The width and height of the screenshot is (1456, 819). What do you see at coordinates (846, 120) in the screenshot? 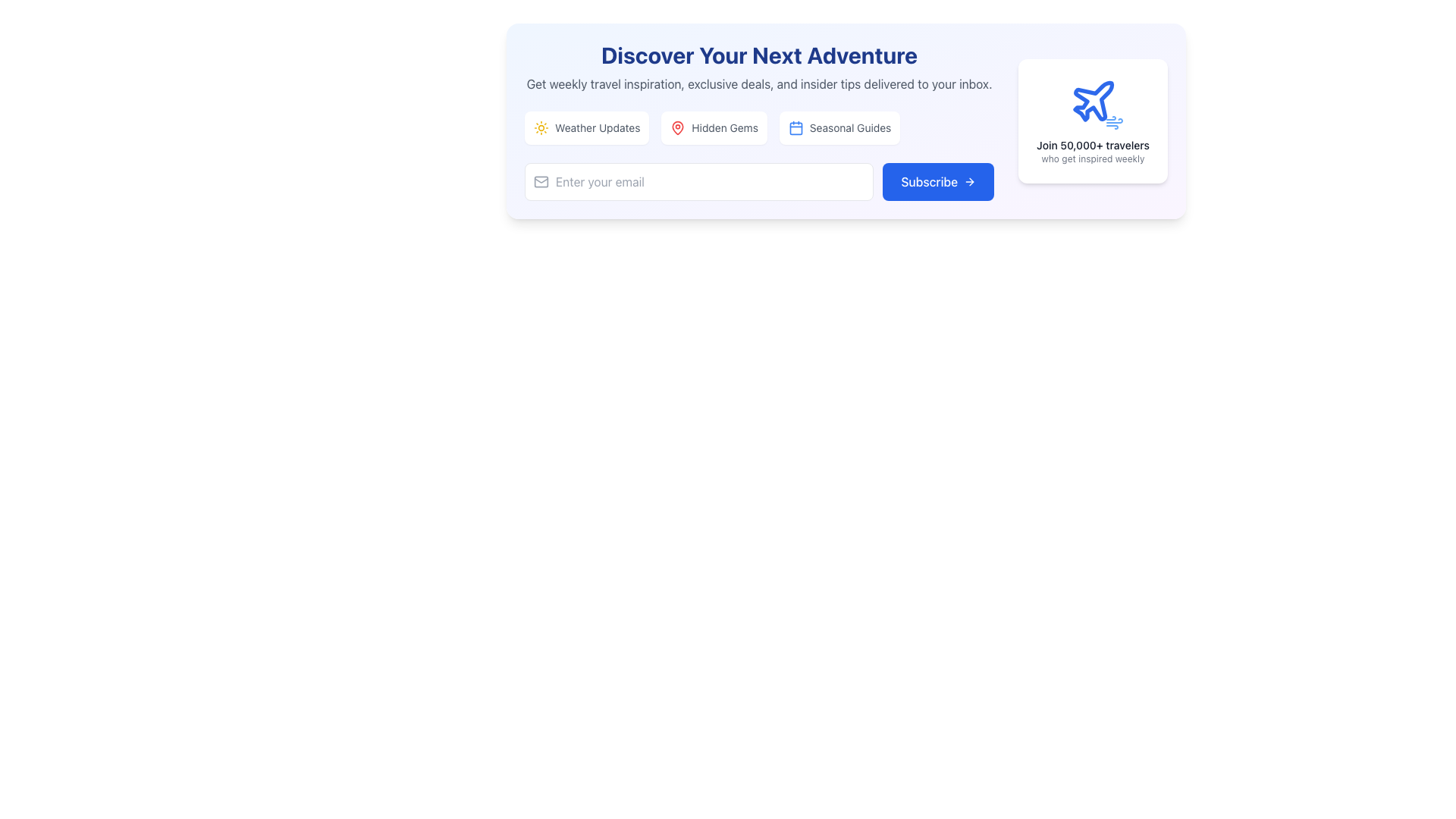
I see `the buttons or links within the Promotional Section that features a blue-to-purple gradient background, rounded corners, and contains travel activity promotions` at bounding box center [846, 120].